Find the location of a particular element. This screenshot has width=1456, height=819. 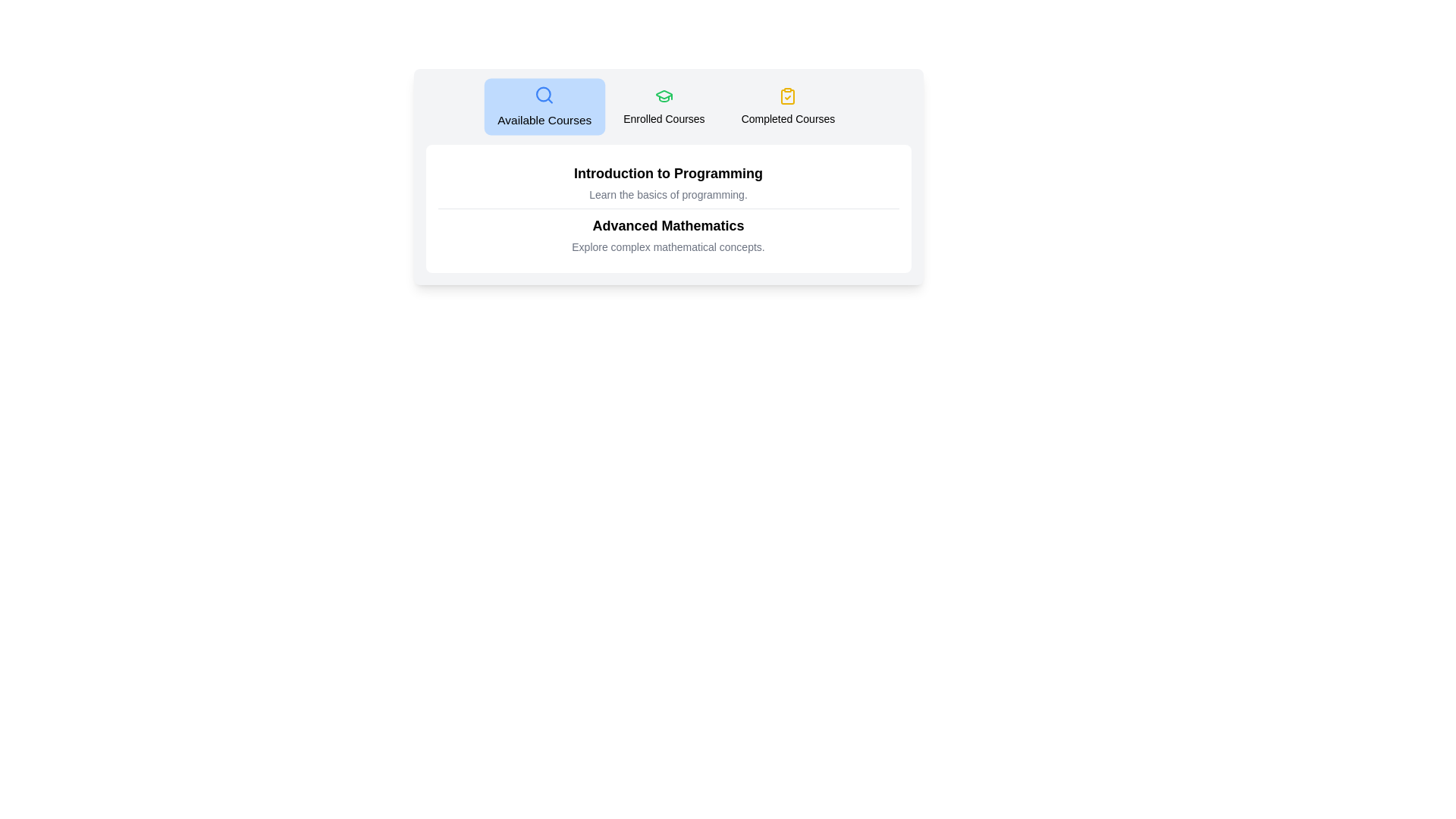

the tab labeled Available Courses is located at coordinates (544, 106).